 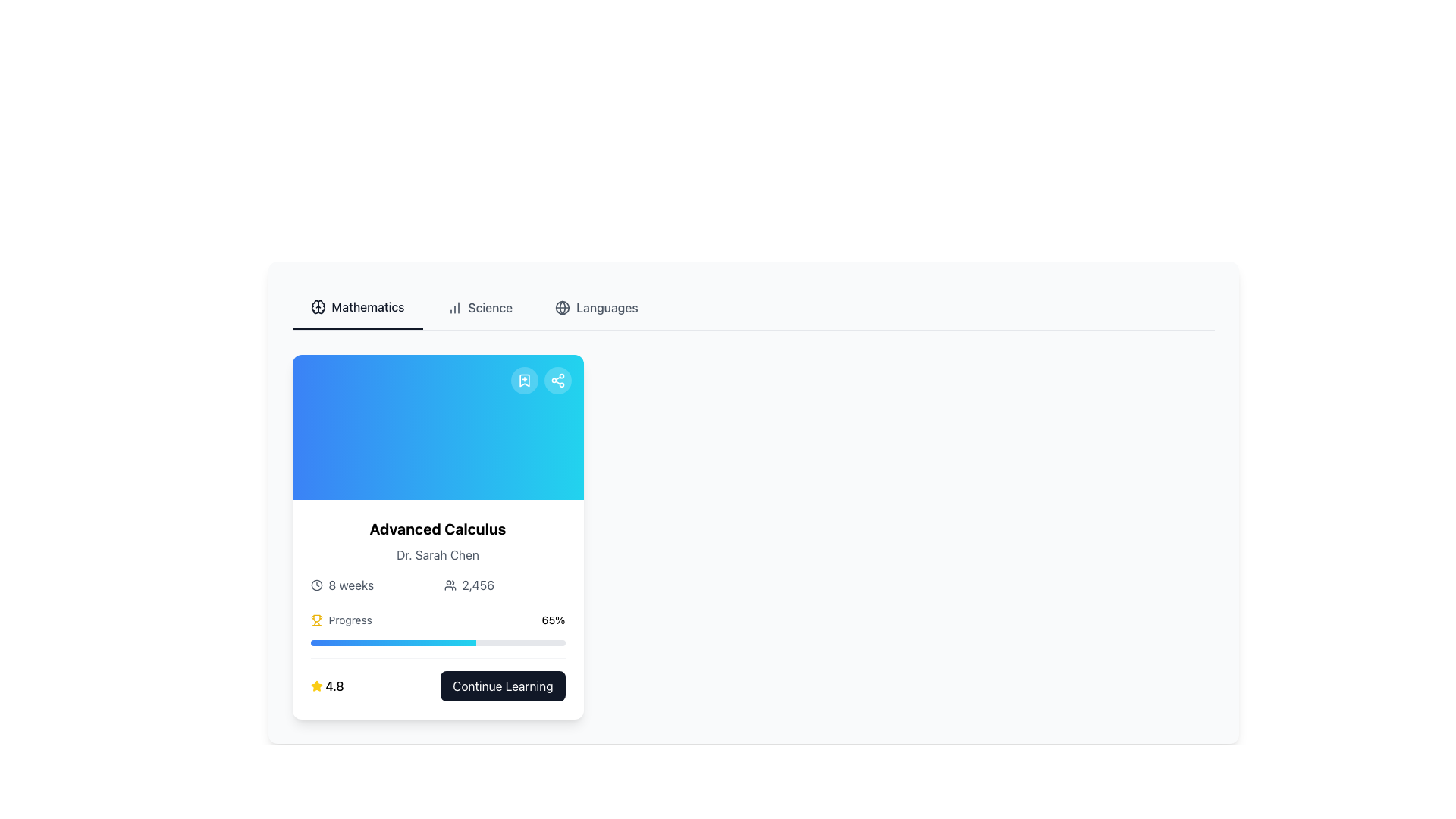 I want to click on the Icon (SVG graphic) that signifies the user count, located immediately to the left of the text '2,456,' in the statistics display beneath the card header, so click(x=449, y=584).